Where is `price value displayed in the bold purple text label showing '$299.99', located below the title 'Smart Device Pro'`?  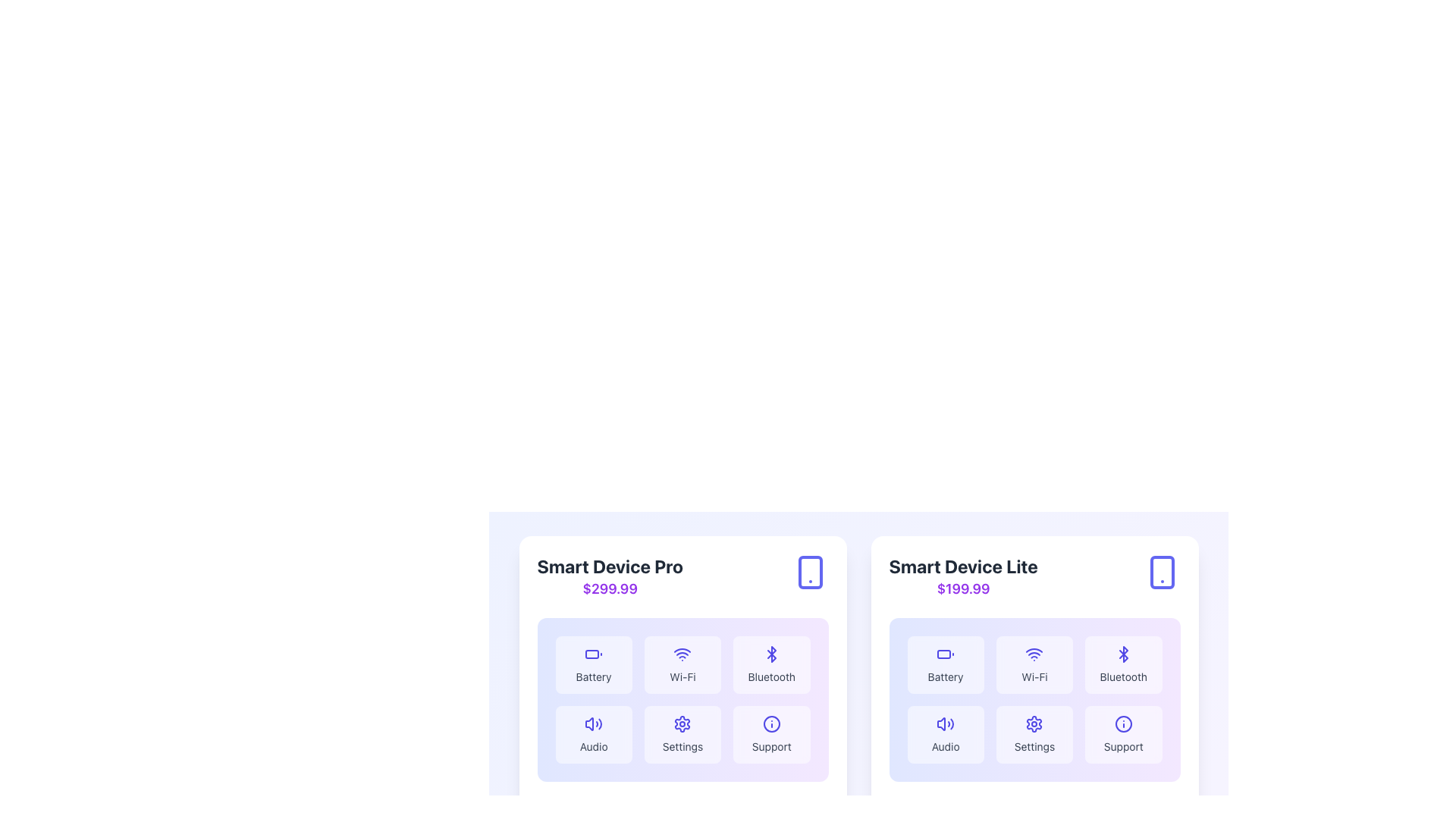
price value displayed in the bold purple text label showing '$299.99', located below the title 'Smart Device Pro' is located at coordinates (610, 588).